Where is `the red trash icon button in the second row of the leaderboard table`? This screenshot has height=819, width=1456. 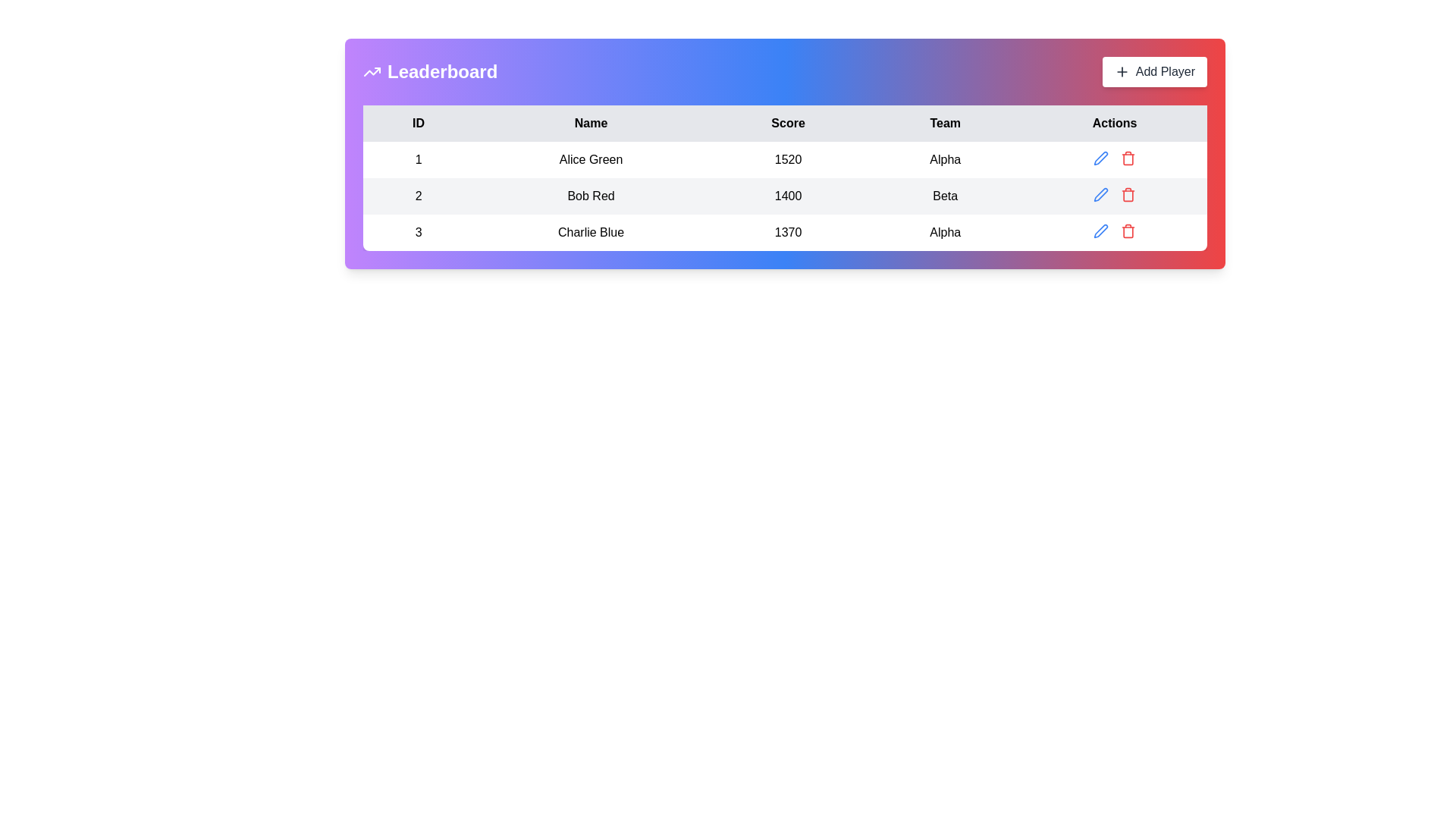 the red trash icon button in the second row of the leaderboard table is located at coordinates (1128, 194).